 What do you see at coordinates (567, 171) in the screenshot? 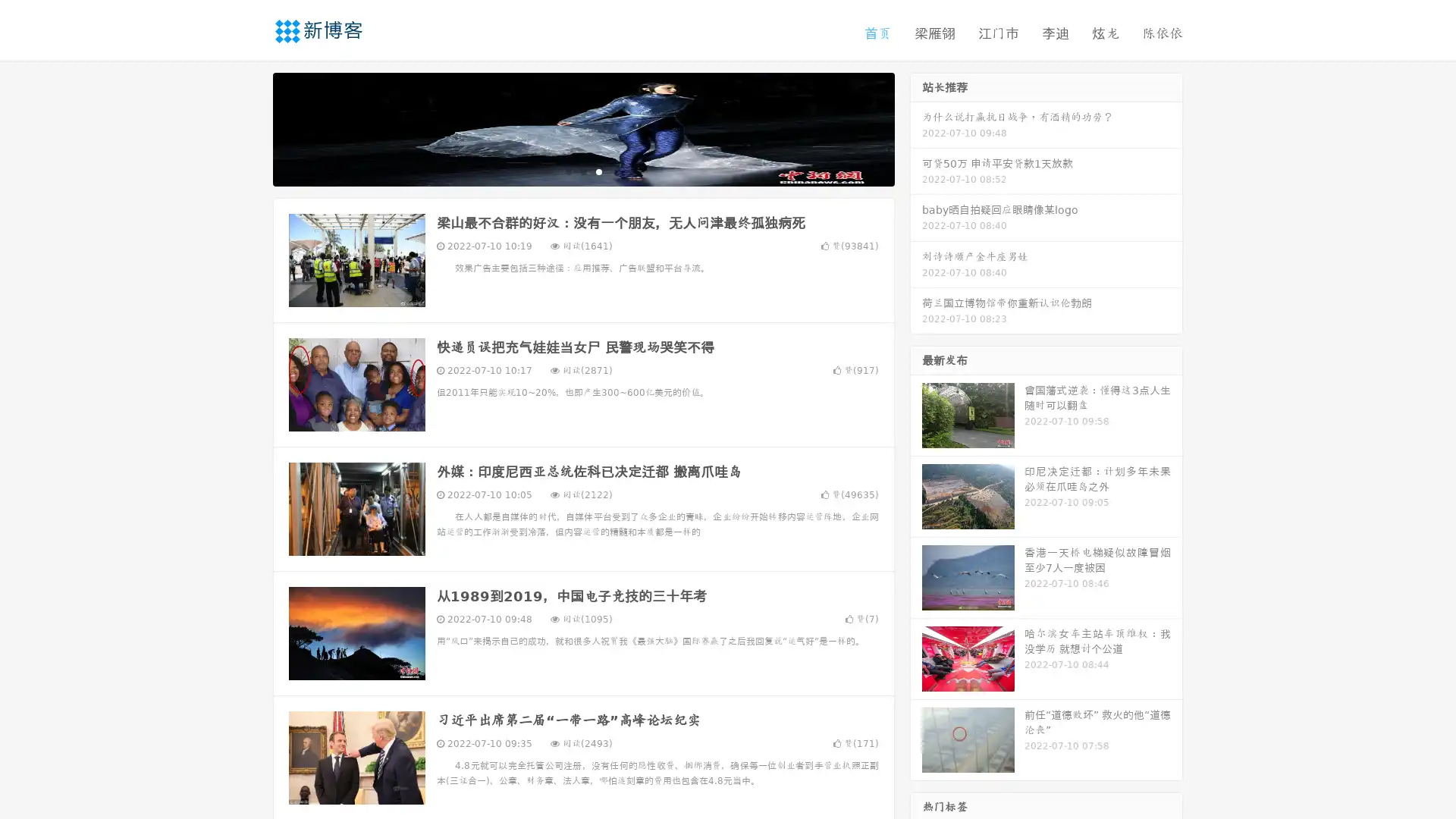
I see `Go to slide 1` at bounding box center [567, 171].